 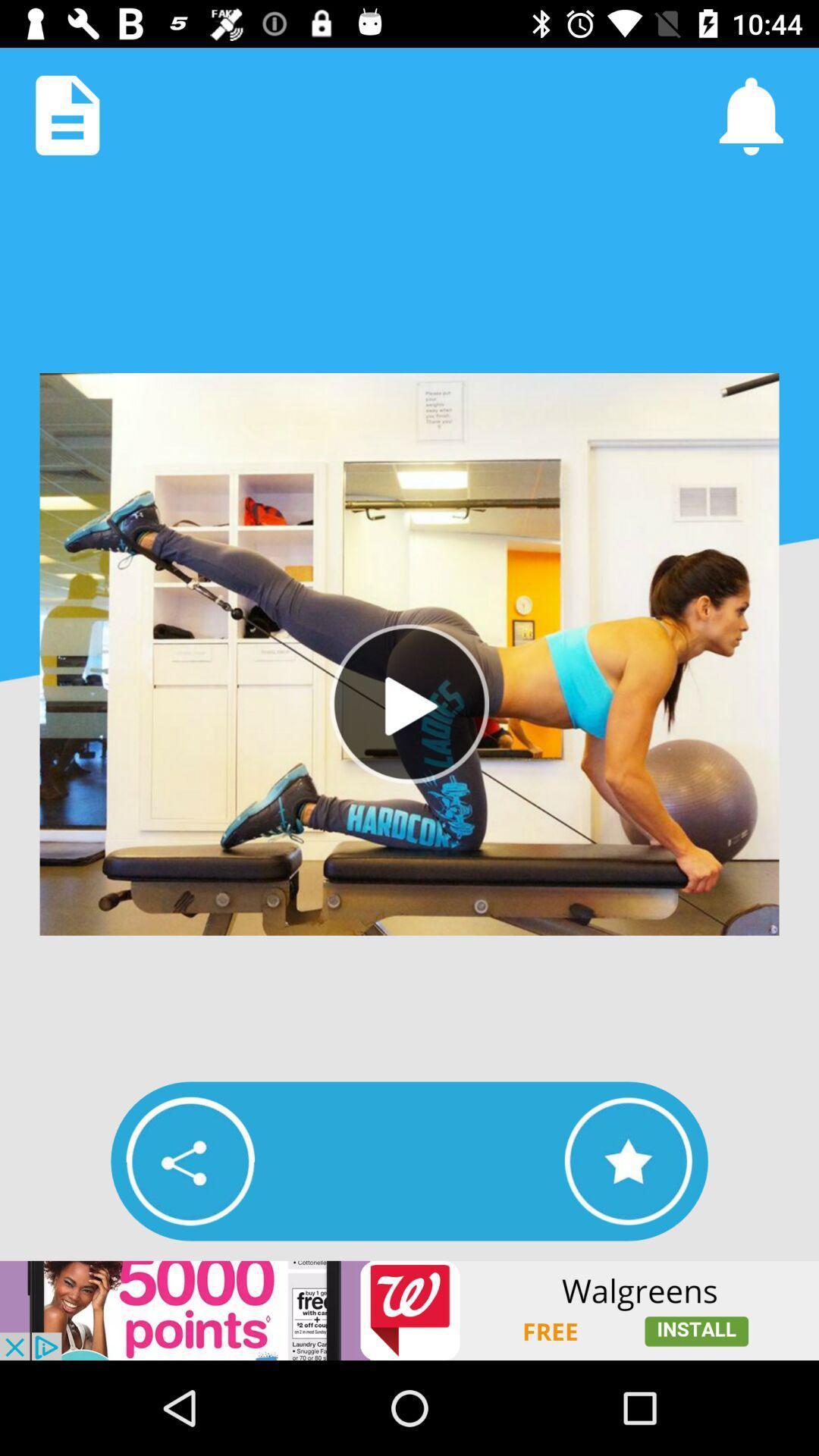 What do you see at coordinates (409, 703) in the screenshot?
I see `video` at bounding box center [409, 703].